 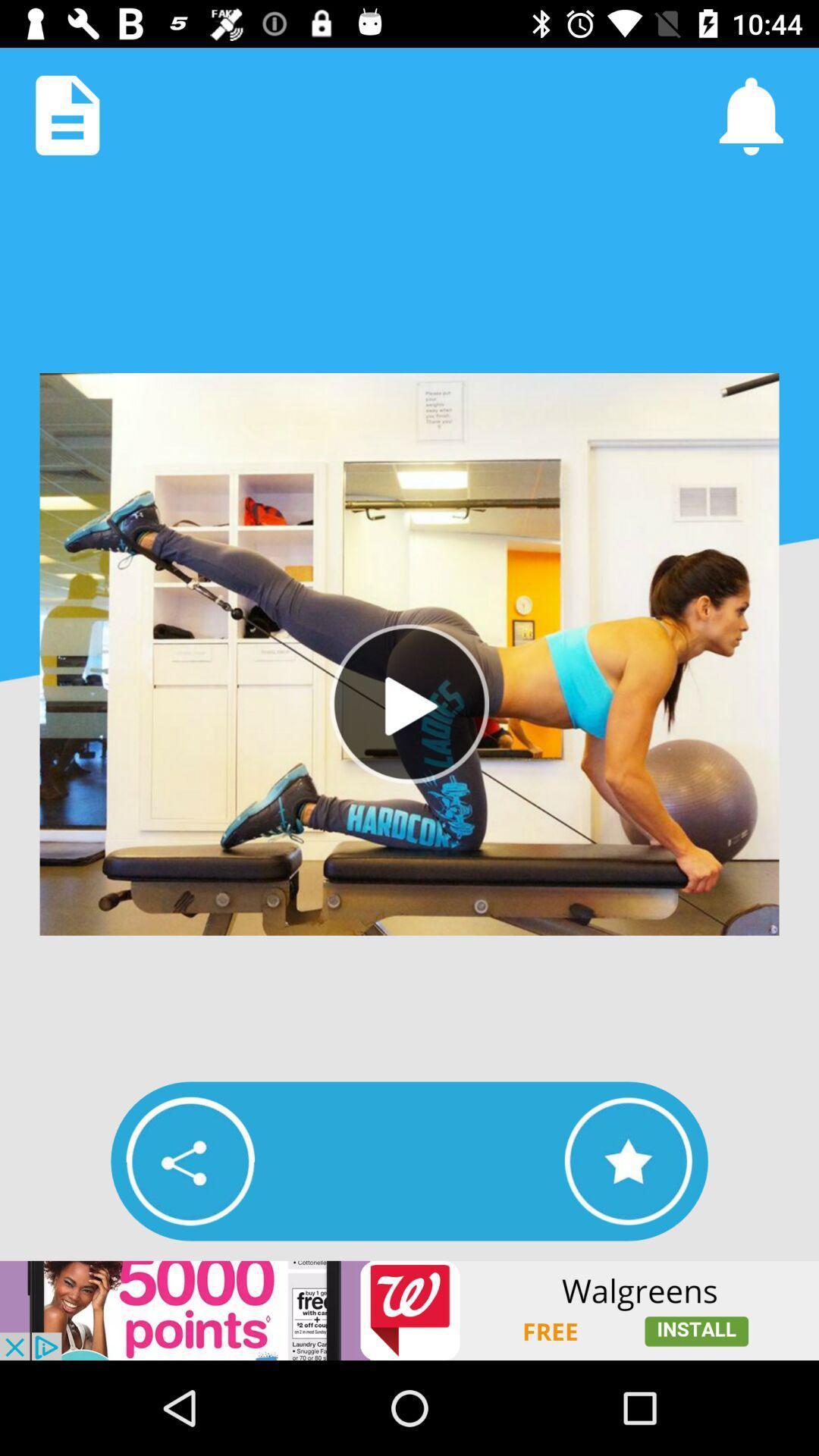 What do you see at coordinates (409, 703) in the screenshot?
I see `video` at bounding box center [409, 703].